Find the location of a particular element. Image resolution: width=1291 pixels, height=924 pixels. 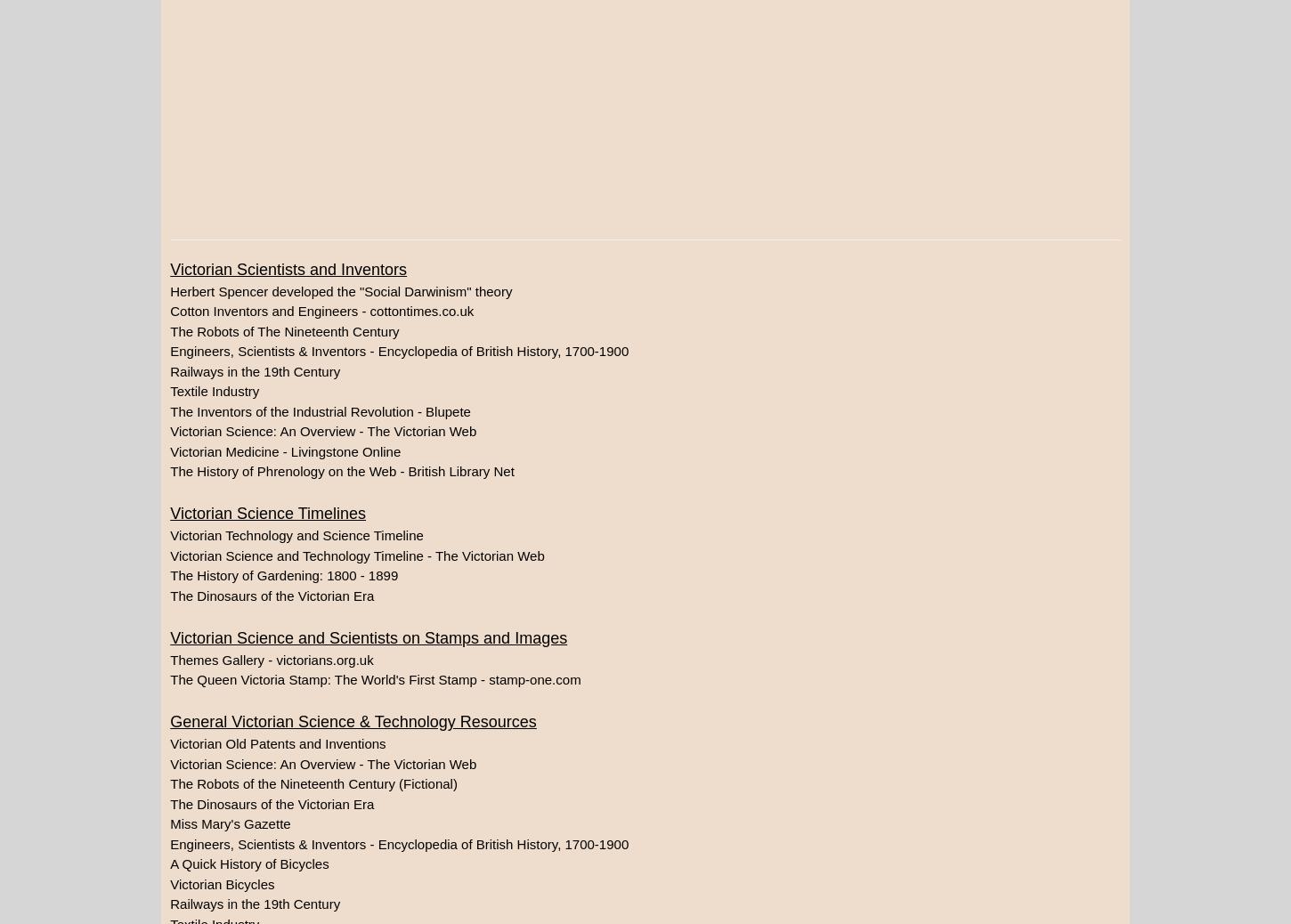

'Victorian Science and Scientists on Stamps and Images' is located at coordinates (367, 636).